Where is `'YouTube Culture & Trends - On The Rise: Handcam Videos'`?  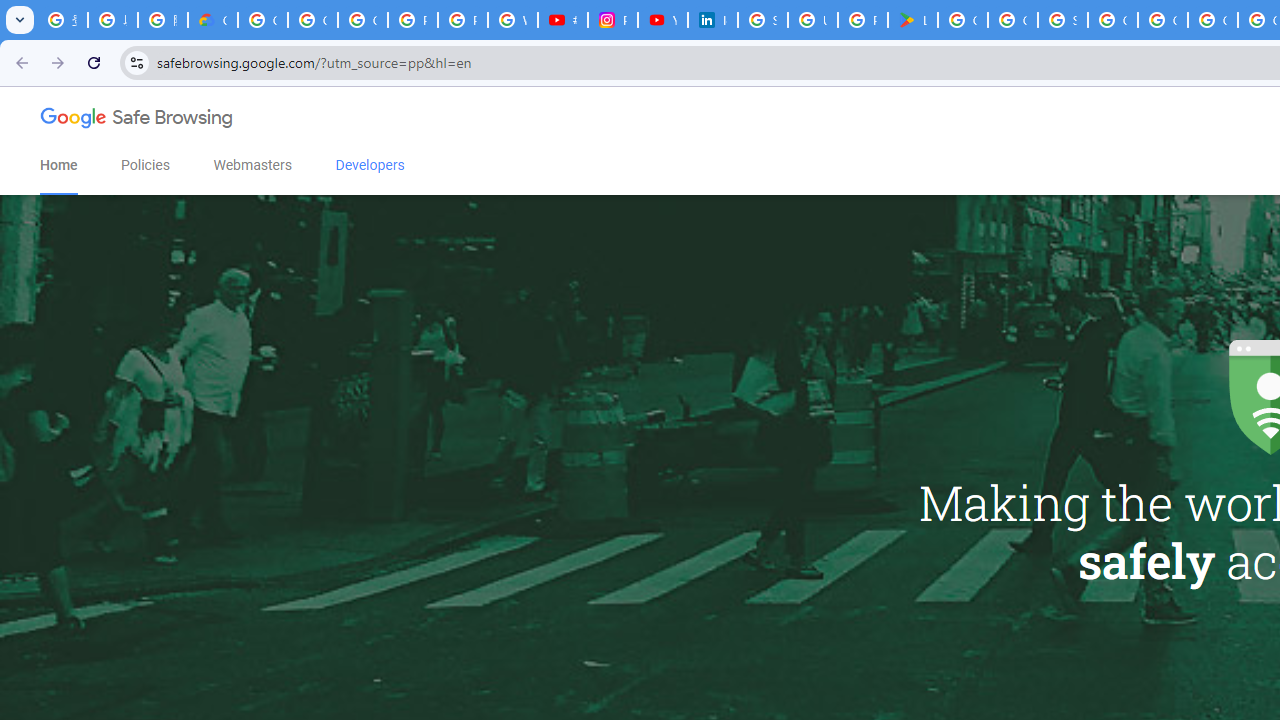
'YouTube Culture & Trends - On The Rise: Handcam Videos' is located at coordinates (663, 20).